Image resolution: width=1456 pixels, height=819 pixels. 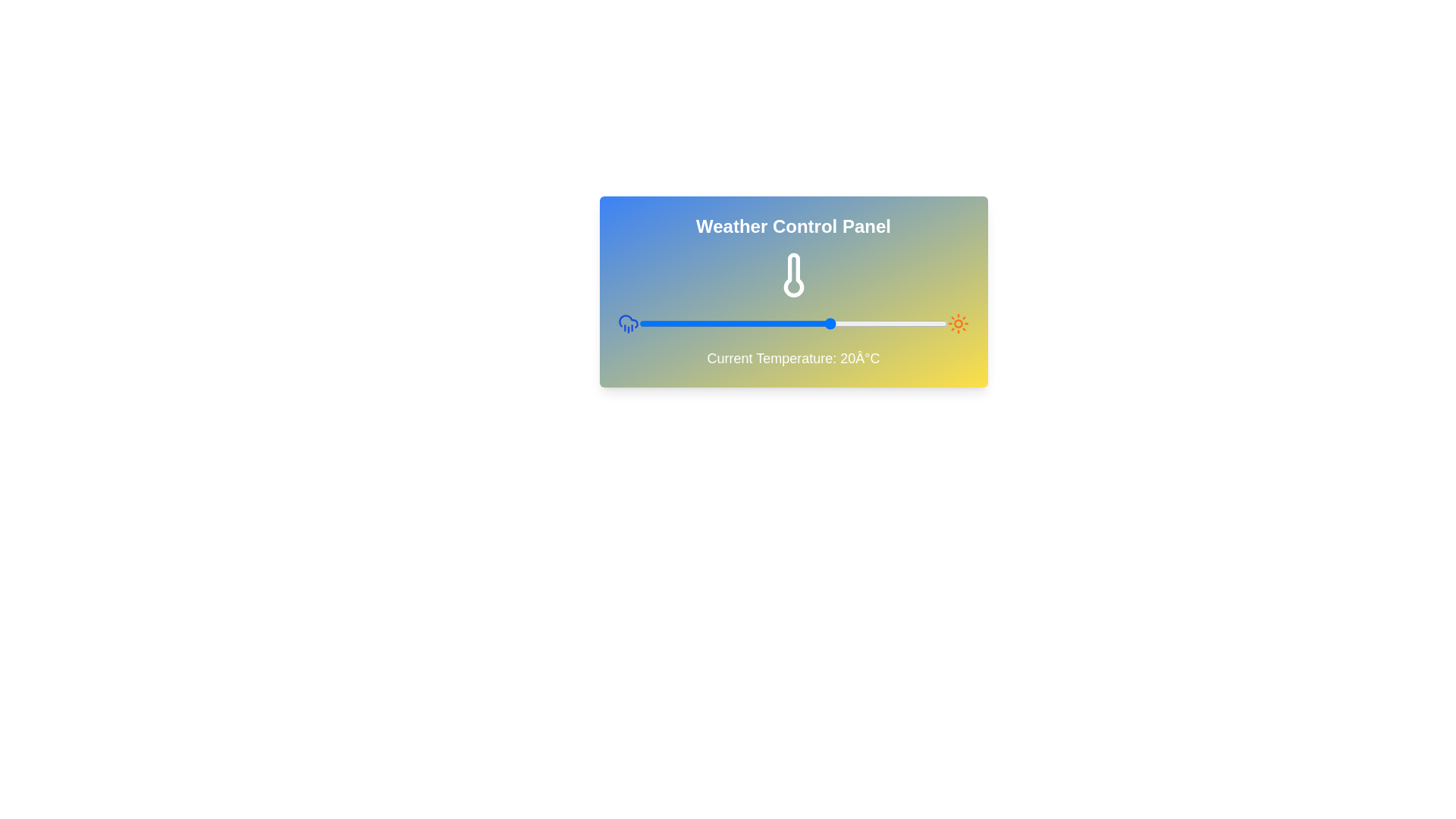 What do you see at coordinates (878, 323) in the screenshot?
I see `the temperature slider to 32°C` at bounding box center [878, 323].